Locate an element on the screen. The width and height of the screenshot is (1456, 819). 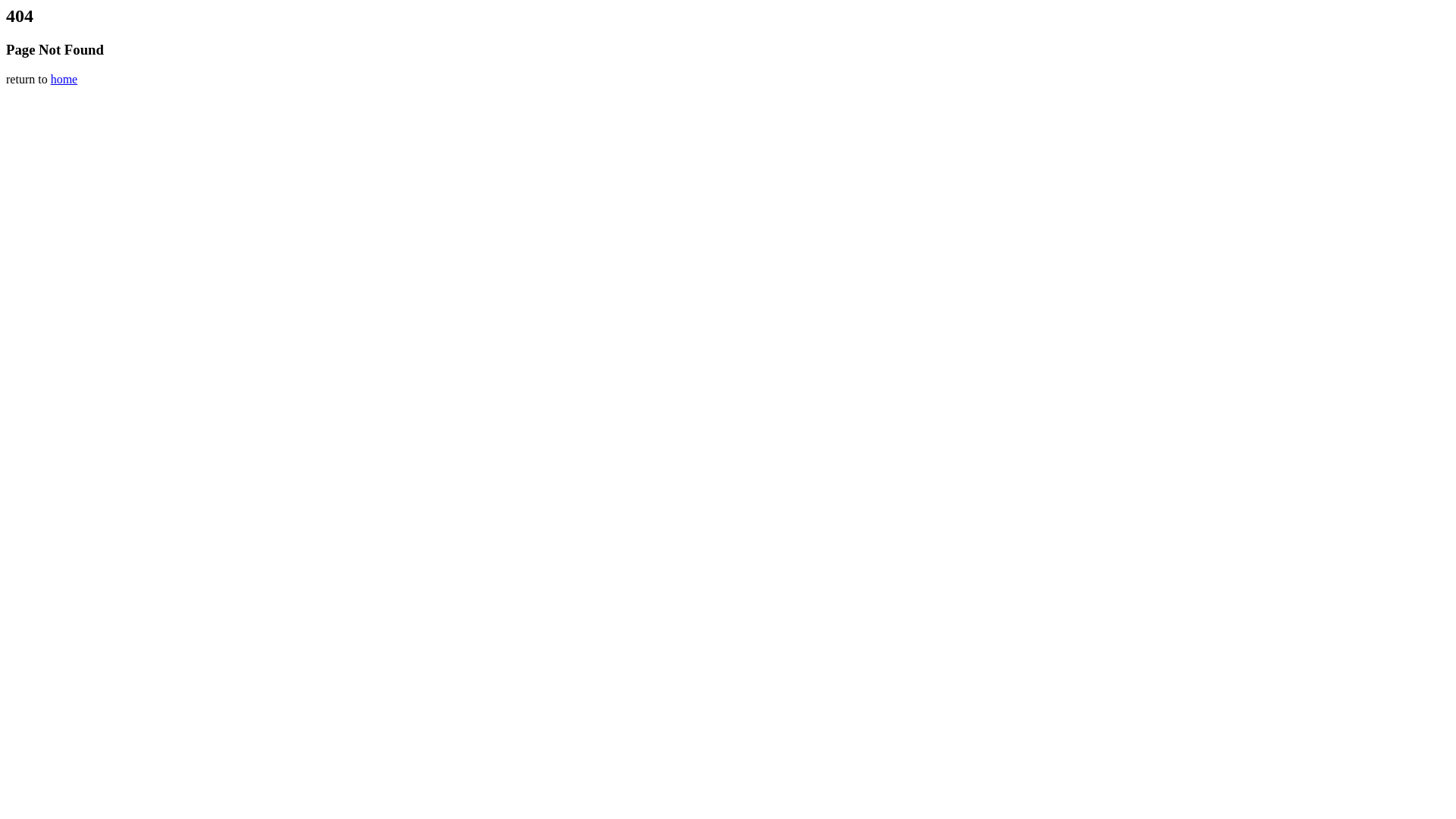
'home' is located at coordinates (64, 79).